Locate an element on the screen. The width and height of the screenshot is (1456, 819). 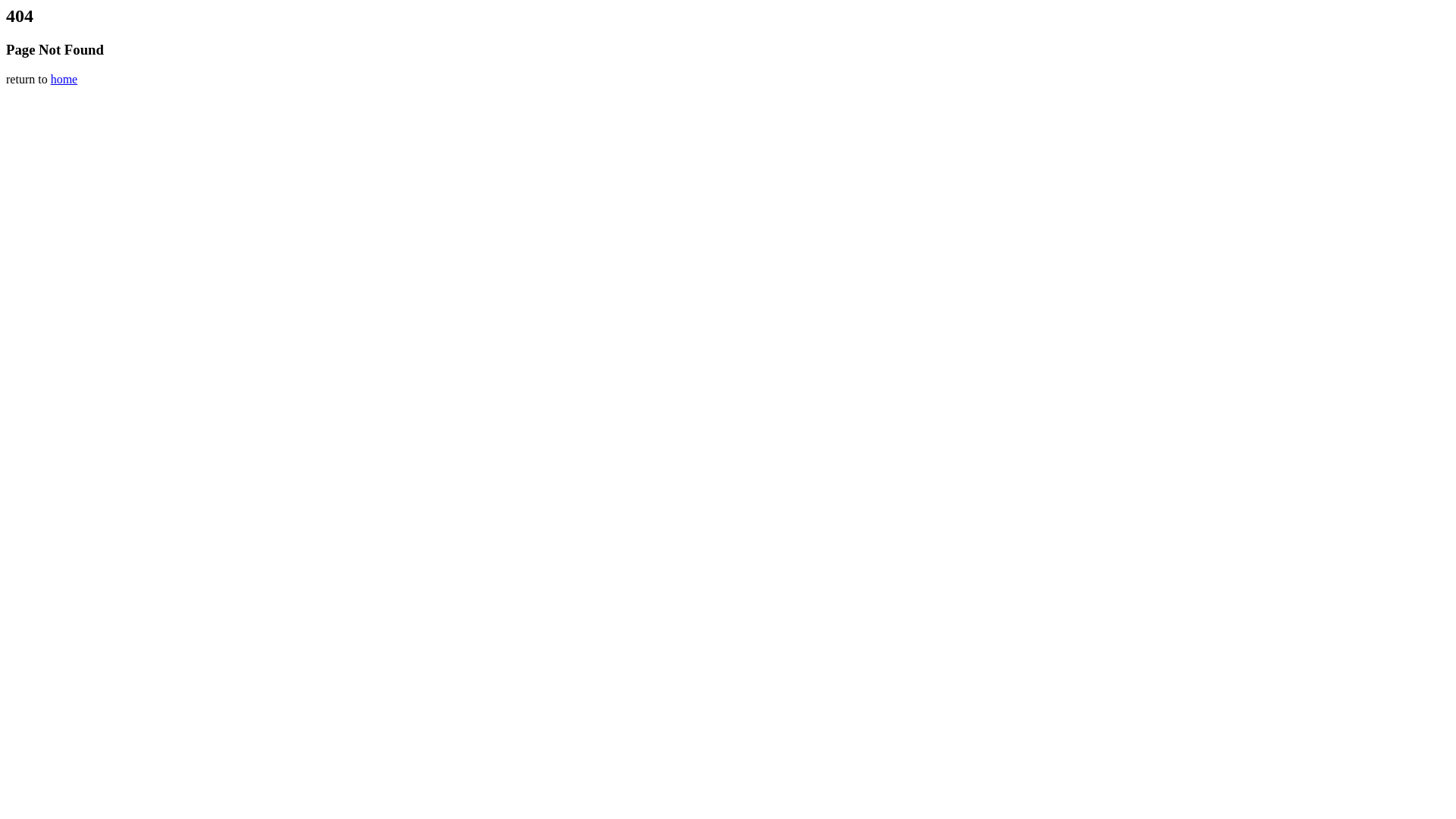
'home' is located at coordinates (64, 79).